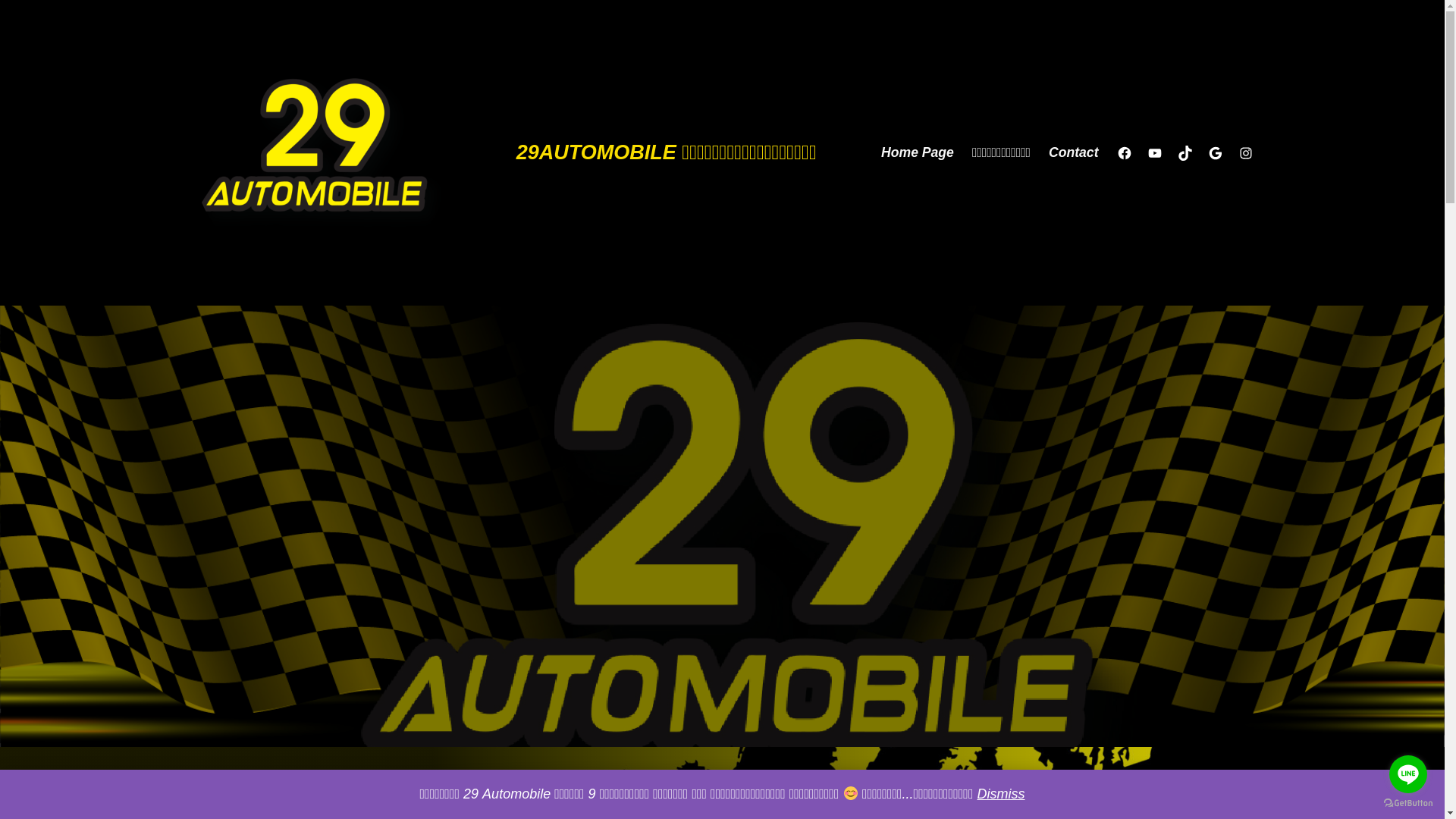 Image resolution: width=1456 pixels, height=819 pixels. What do you see at coordinates (1073, 152) in the screenshot?
I see `'Contact'` at bounding box center [1073, 152].